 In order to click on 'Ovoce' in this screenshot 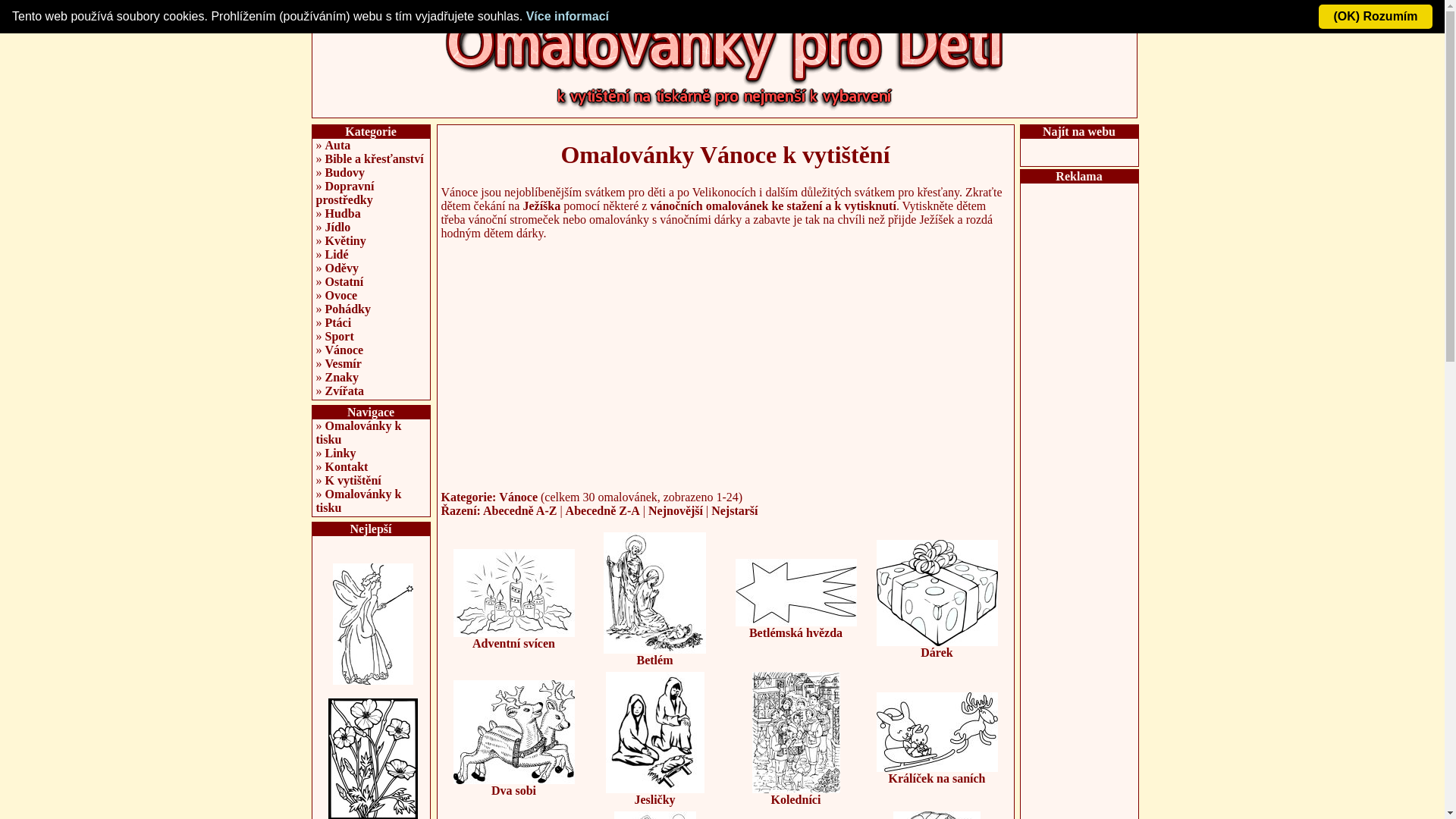, I will do `click(340, 295)`.